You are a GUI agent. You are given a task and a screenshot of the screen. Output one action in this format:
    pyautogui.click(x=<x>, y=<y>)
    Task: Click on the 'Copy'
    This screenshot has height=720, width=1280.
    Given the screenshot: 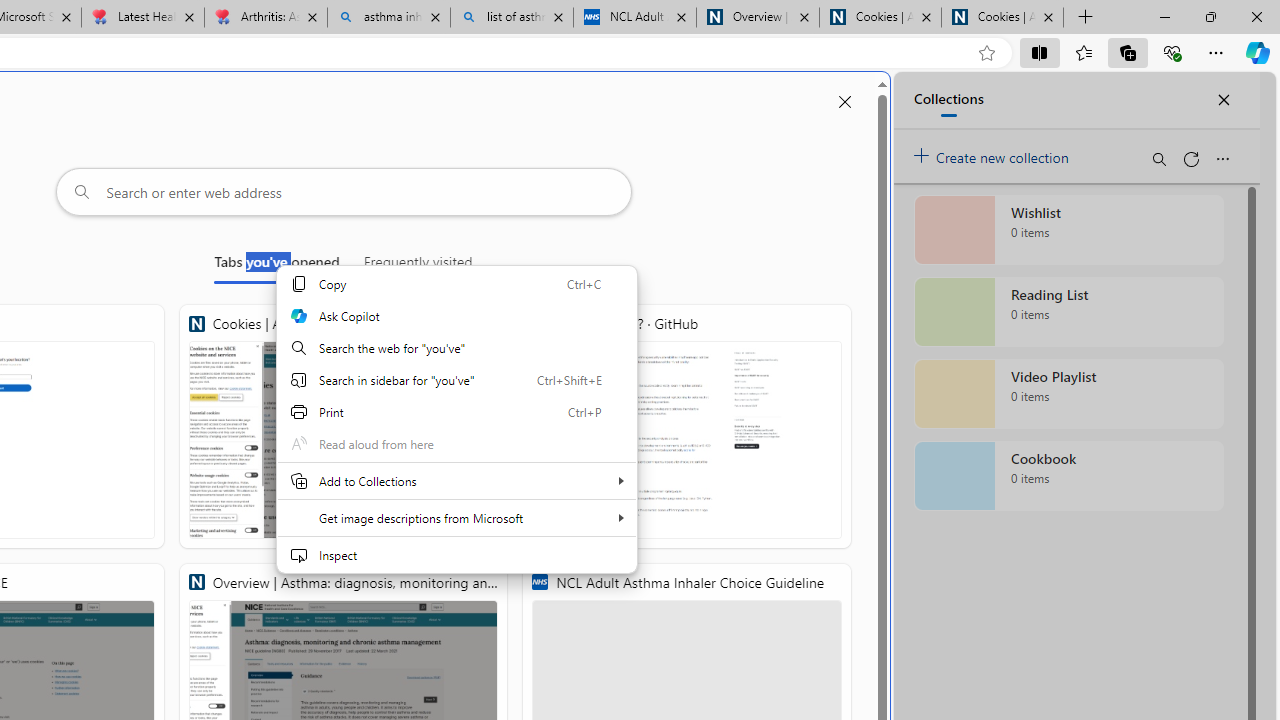 What is the action you would take?
    pyautogui.click(x=455, y=284)
    